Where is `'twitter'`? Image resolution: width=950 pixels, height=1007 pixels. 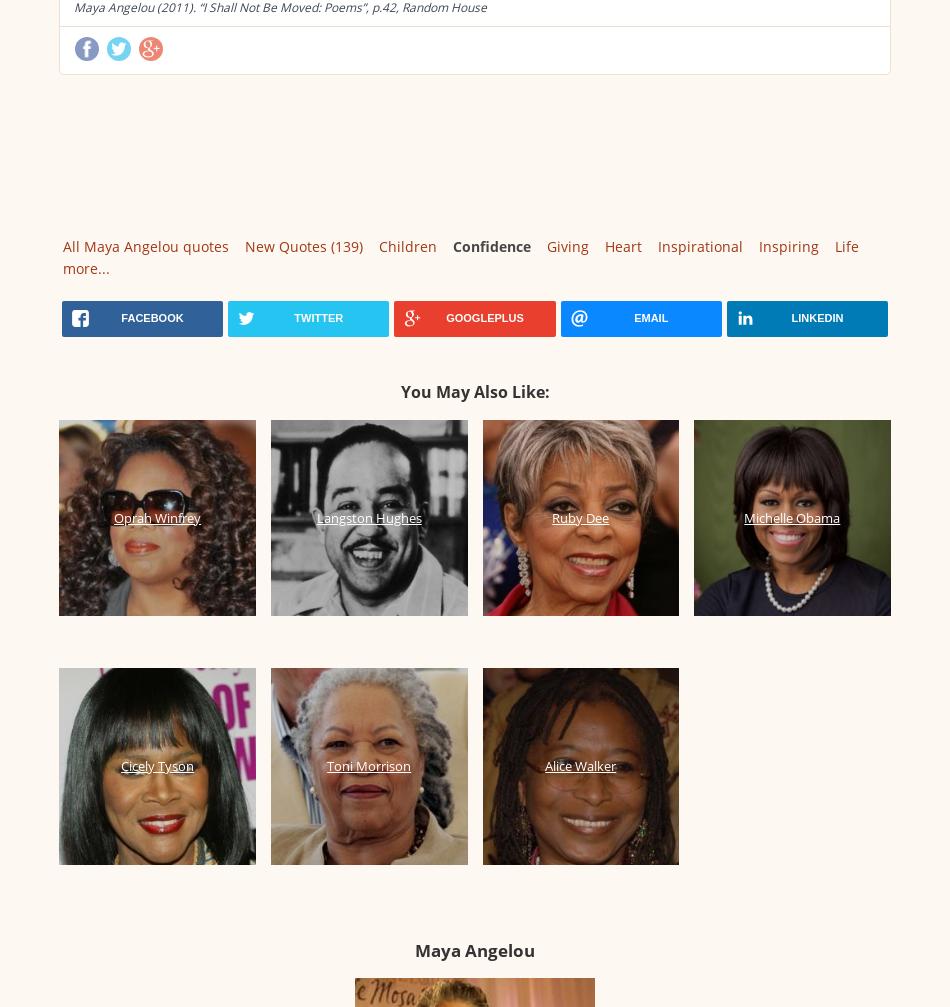 'twitter' is located at coordinates (317, 318).